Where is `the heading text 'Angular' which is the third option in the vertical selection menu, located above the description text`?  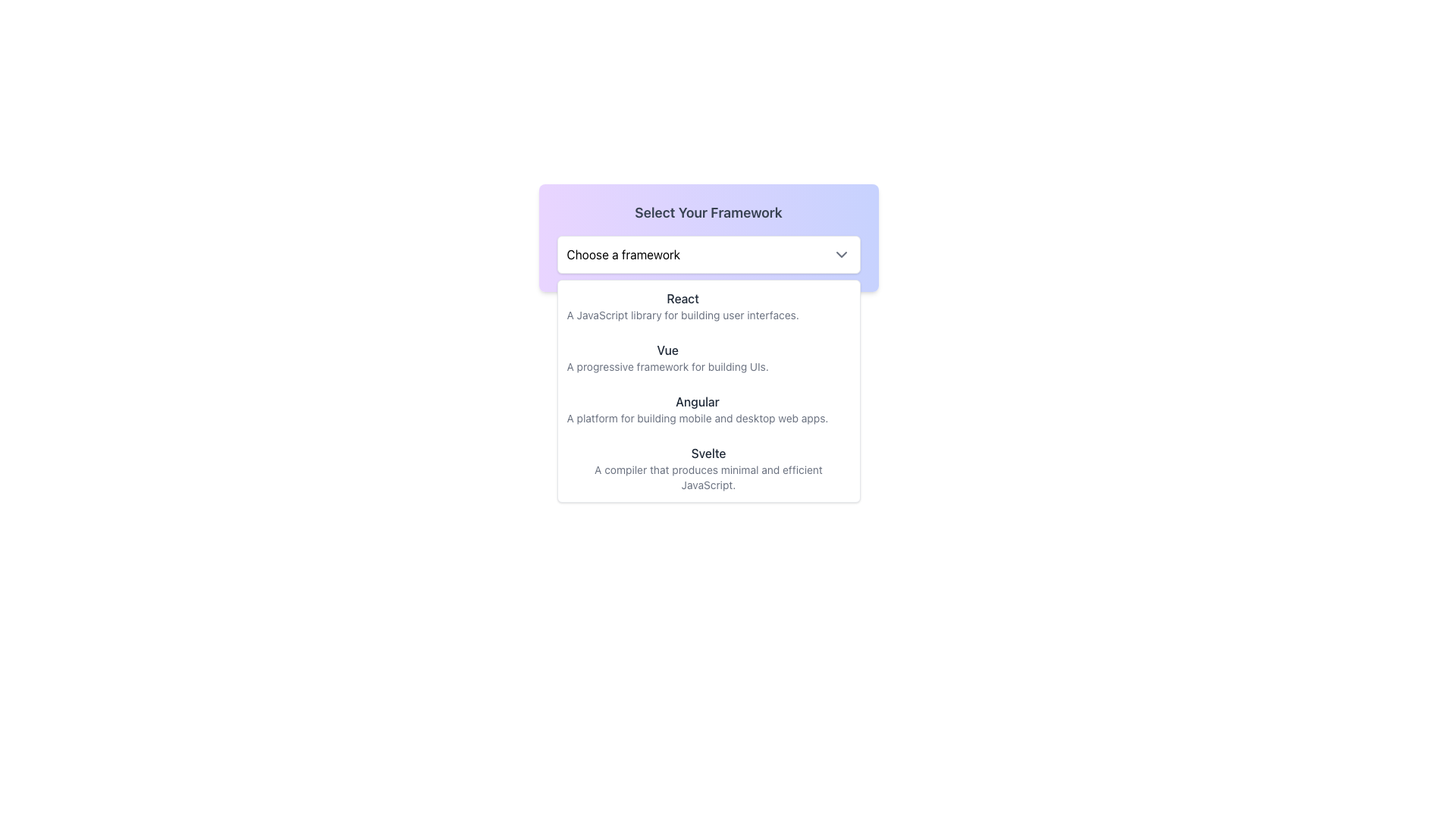
the heading text 'Angular' which is the third option in the vertical selection menu, located above the description text is located at coordinates (696, 400).